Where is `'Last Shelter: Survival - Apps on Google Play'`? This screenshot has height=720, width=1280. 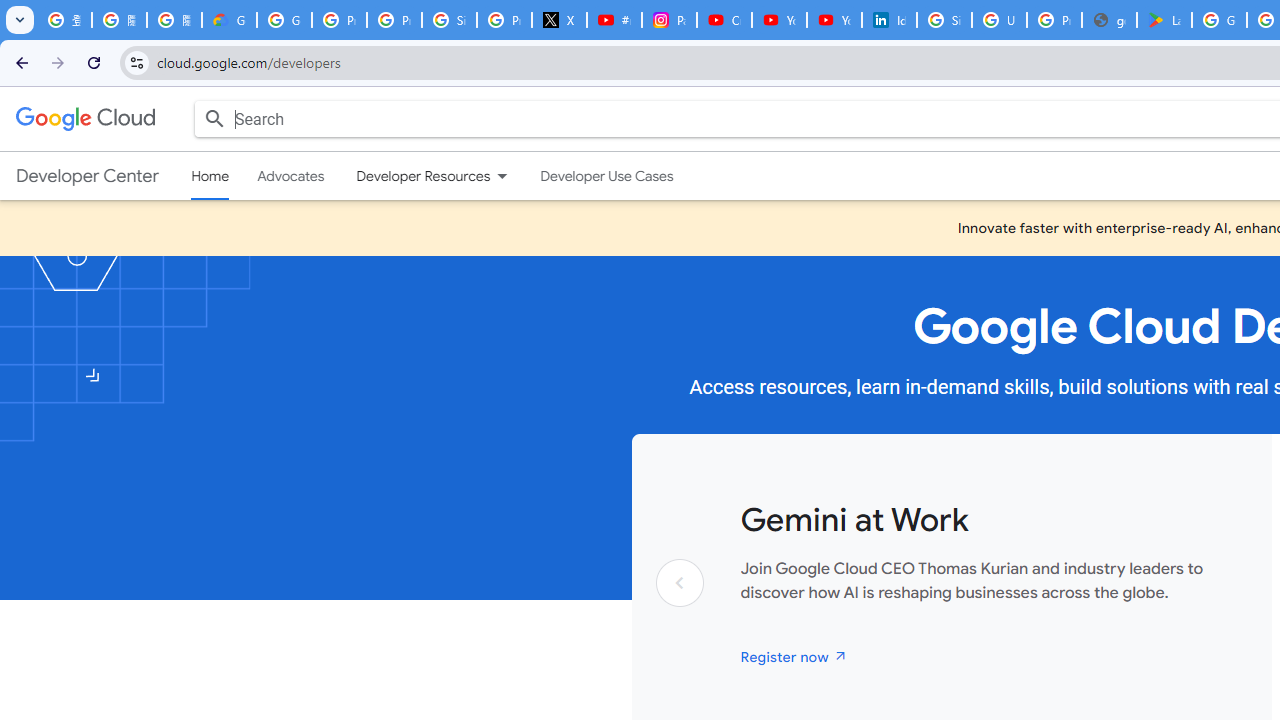 'Last Shelter: Survival - Apps on Google Play' is located at coordinates (1164, 20).